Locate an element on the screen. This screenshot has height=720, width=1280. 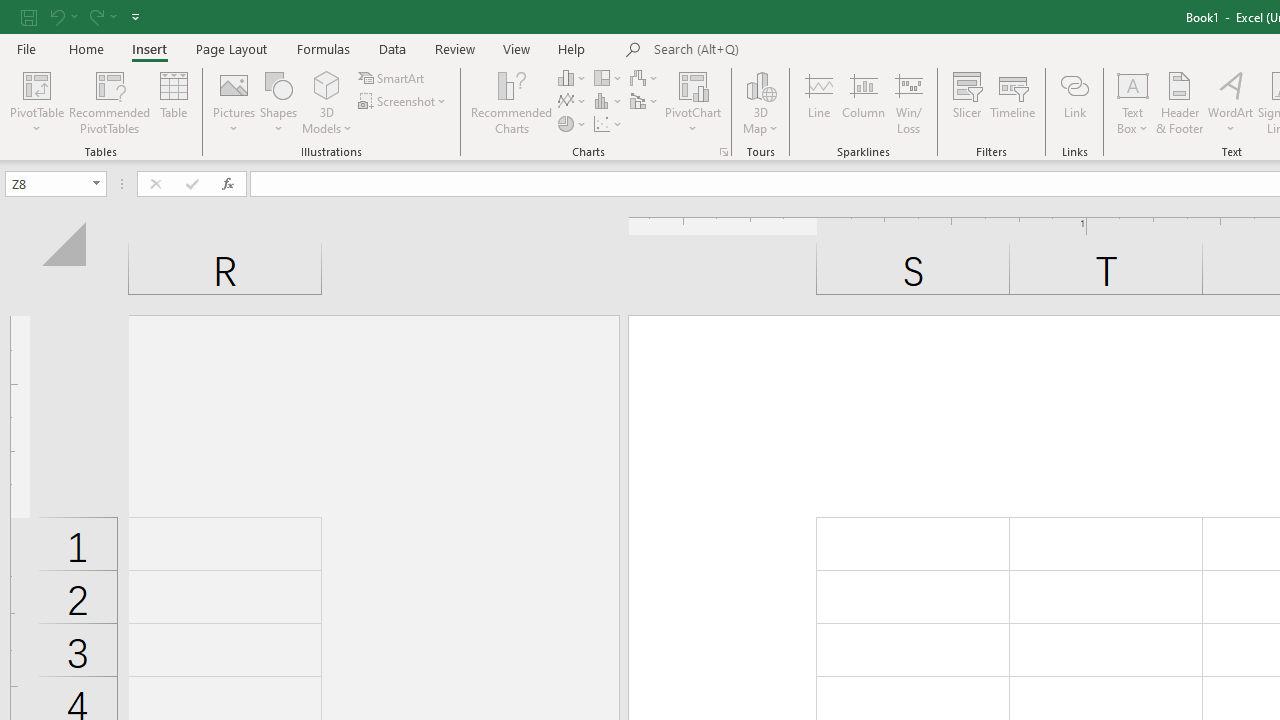
'SmartArt...' is located at coordinates (392, 77).